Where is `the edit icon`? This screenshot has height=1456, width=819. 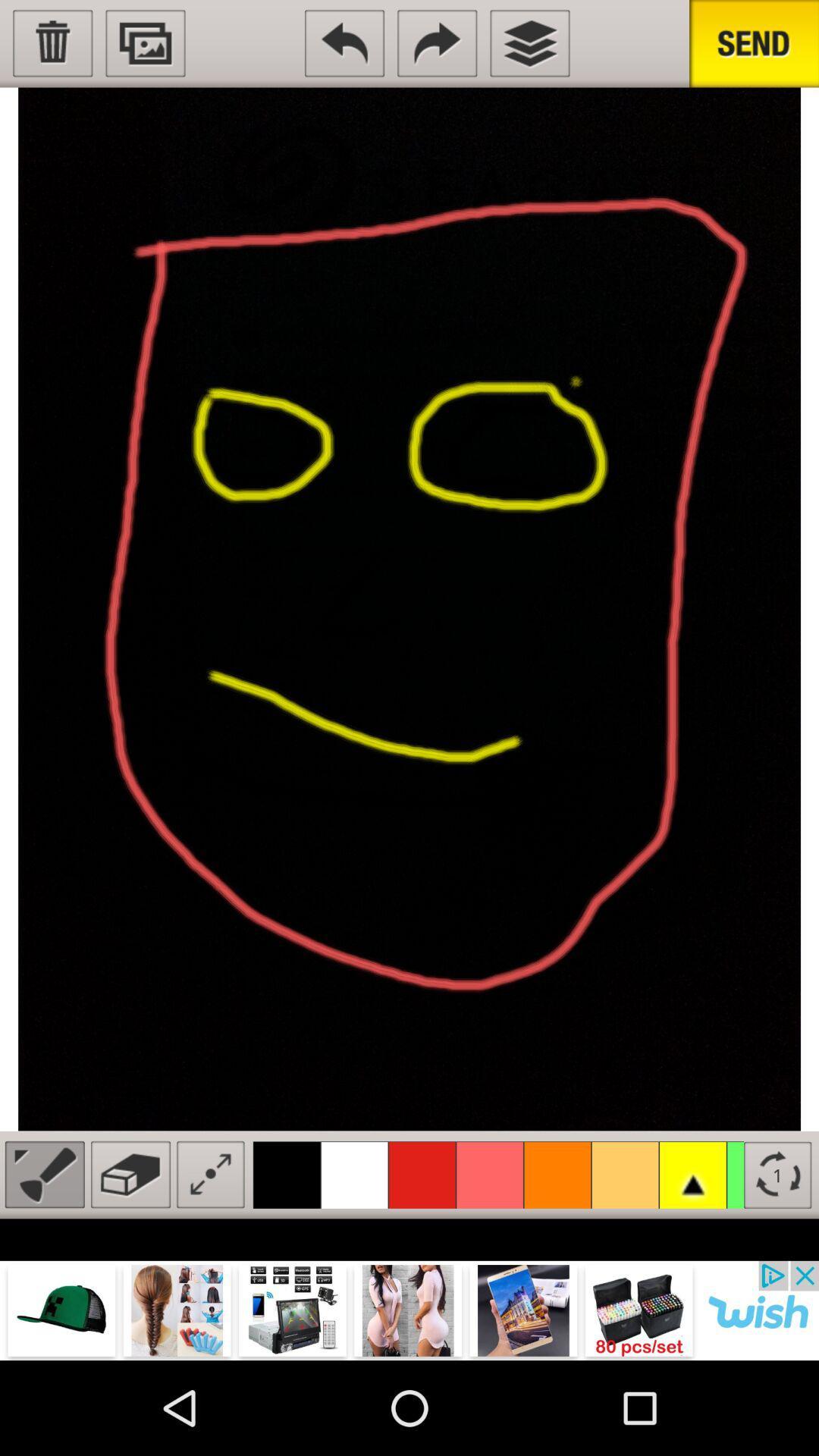
the edit icon is located at coordinates (44, 1174).